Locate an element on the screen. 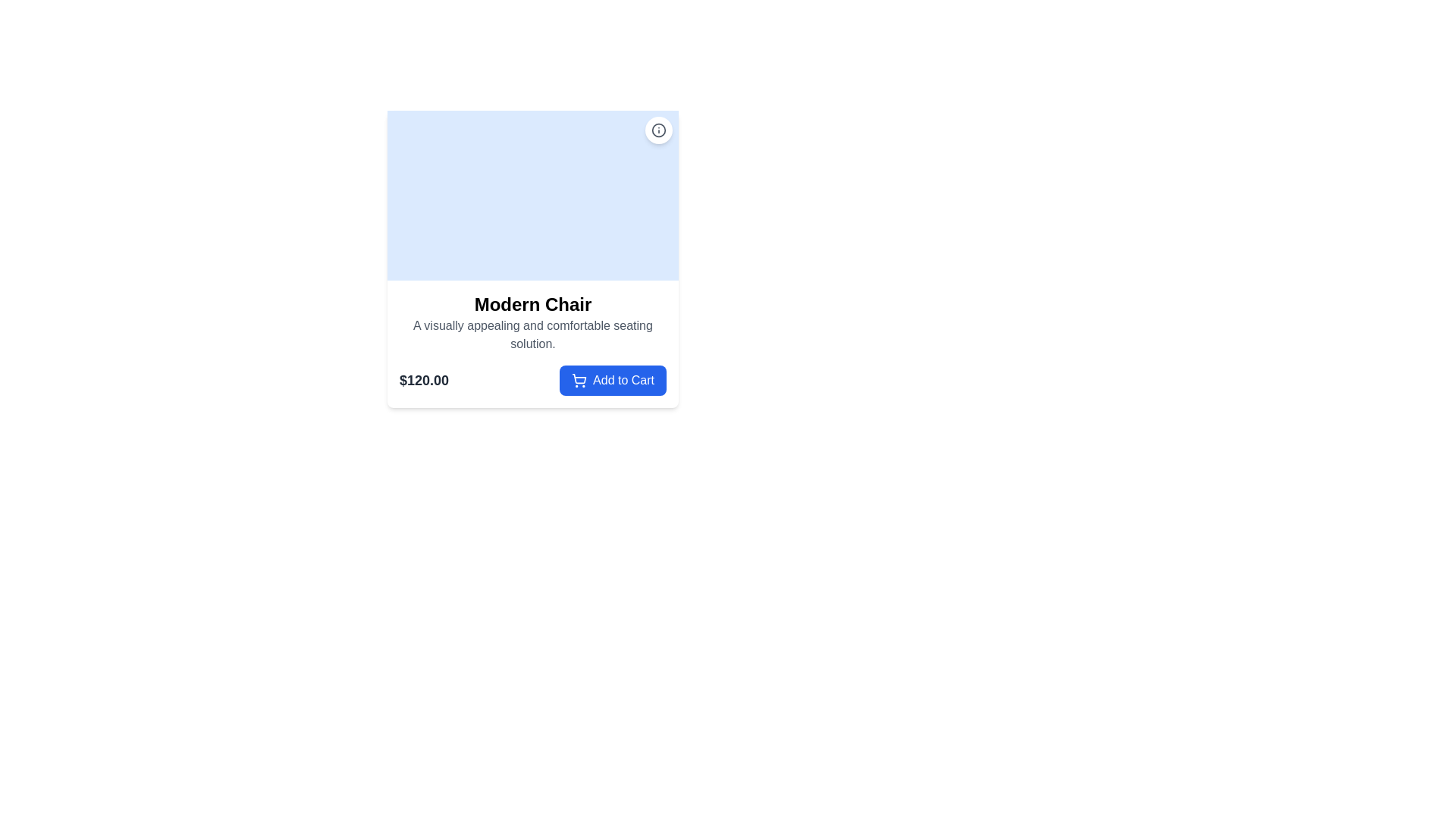 Image resolution: width=1456 pixels, height=819 pixels. the descriptive text block that provides details about the product features, located below the 'Modern Chair' title and above the '$120.00' price text is located at coordinates (532, 334).